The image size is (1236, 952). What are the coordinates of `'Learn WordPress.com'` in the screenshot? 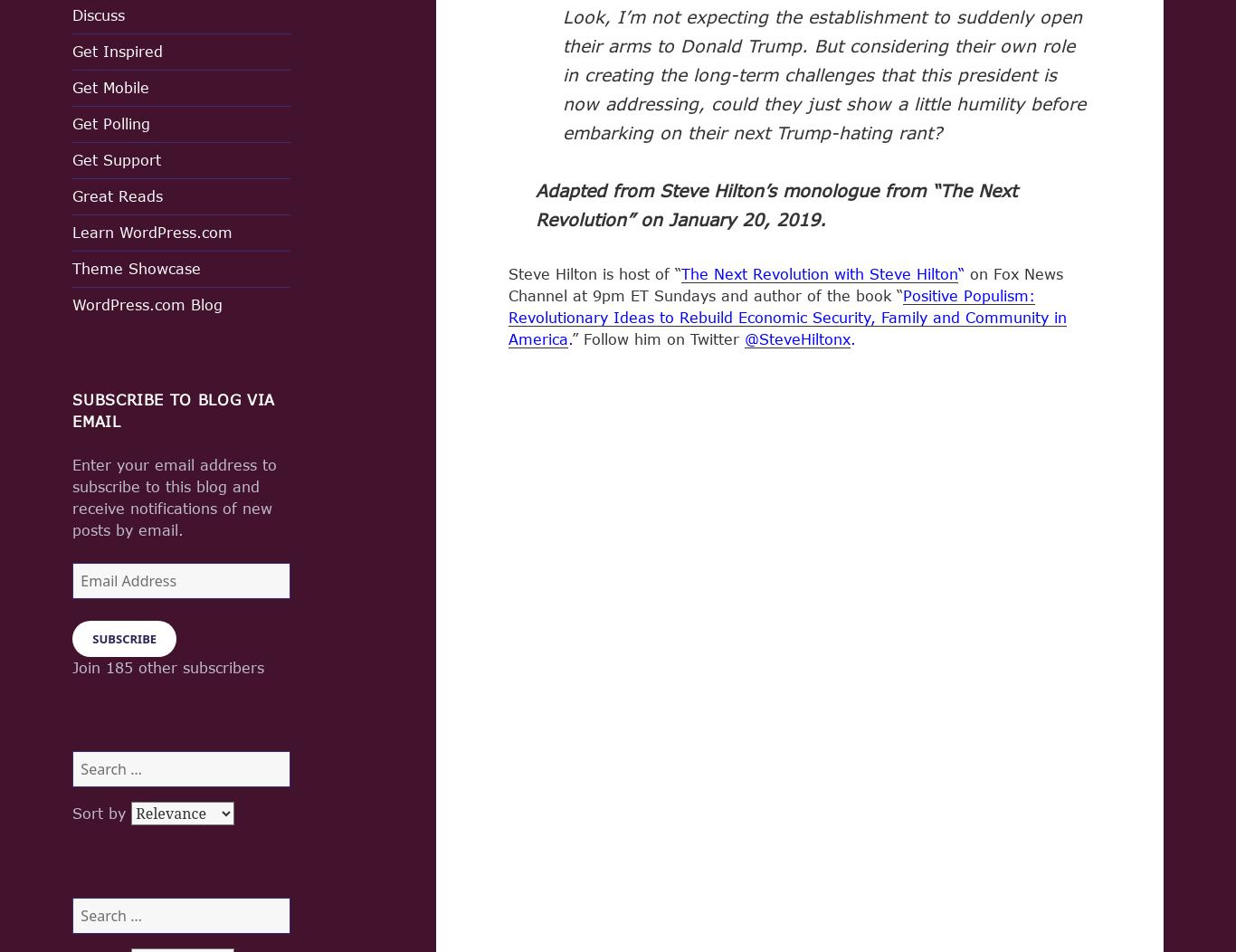 It's located at (151, 231).